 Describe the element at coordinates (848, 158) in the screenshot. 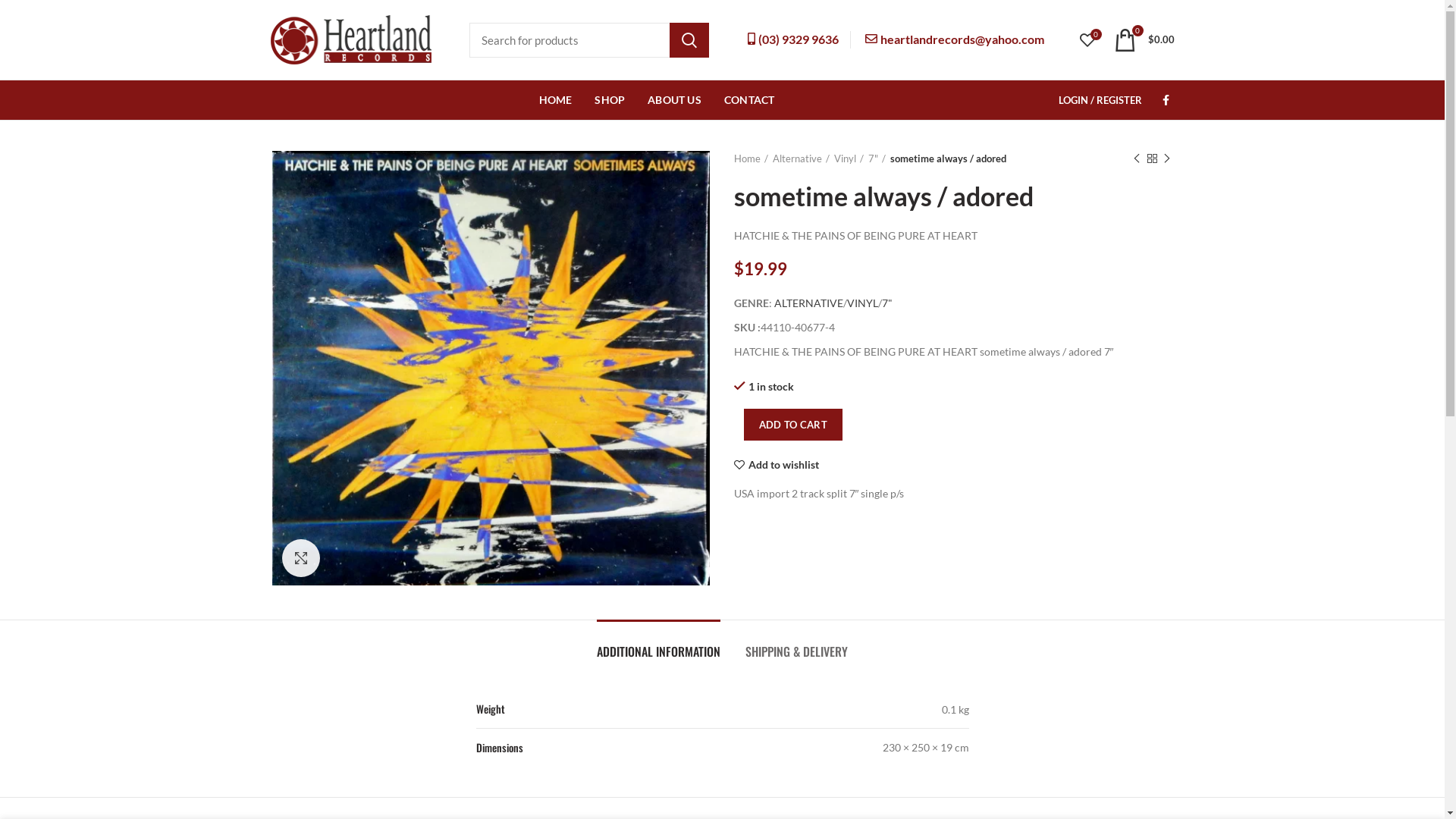

I see `'Vinyl'` at that location.